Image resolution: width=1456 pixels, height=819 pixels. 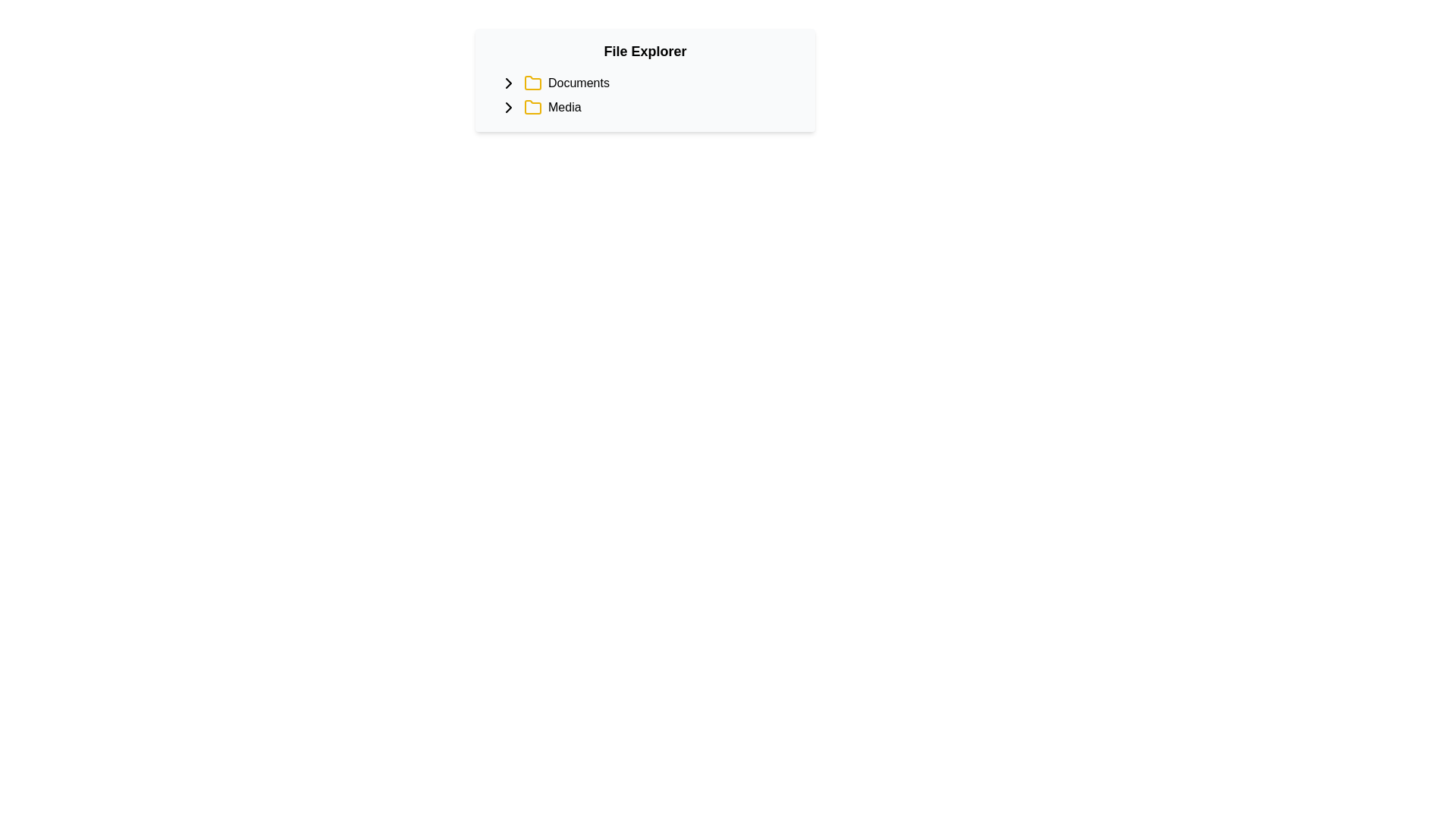 What do you see at coordinates (645, 80) in the screenshot?
I see `the 'File Explorer' navigation component` at bounding box center [645, 80].